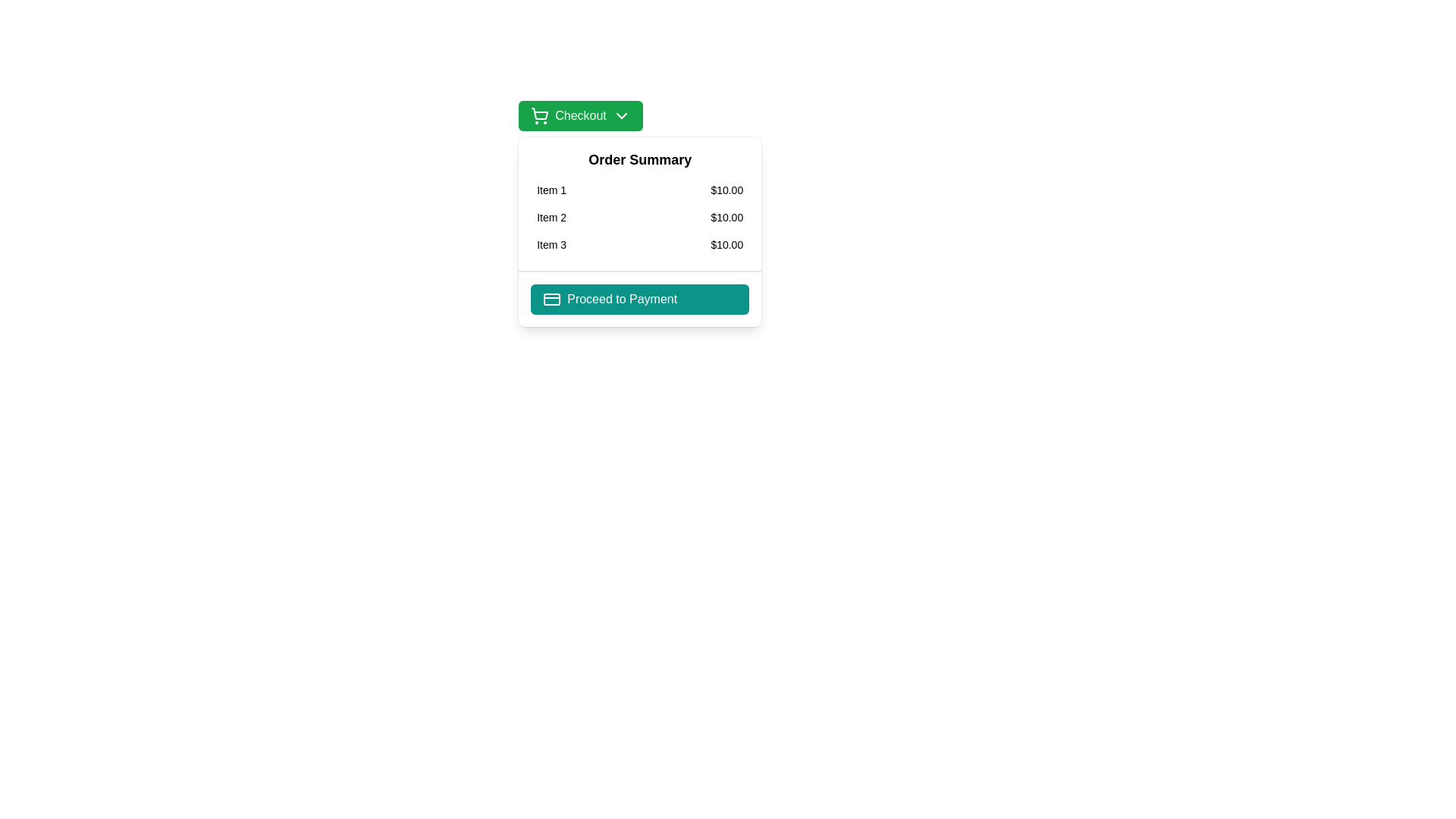 The width and height of the screenshot is (1456, 819). I want to click on the third item in the 'Order Summary' list, which displays 'Item 3' priced at '$10.00', so click(640, 244).